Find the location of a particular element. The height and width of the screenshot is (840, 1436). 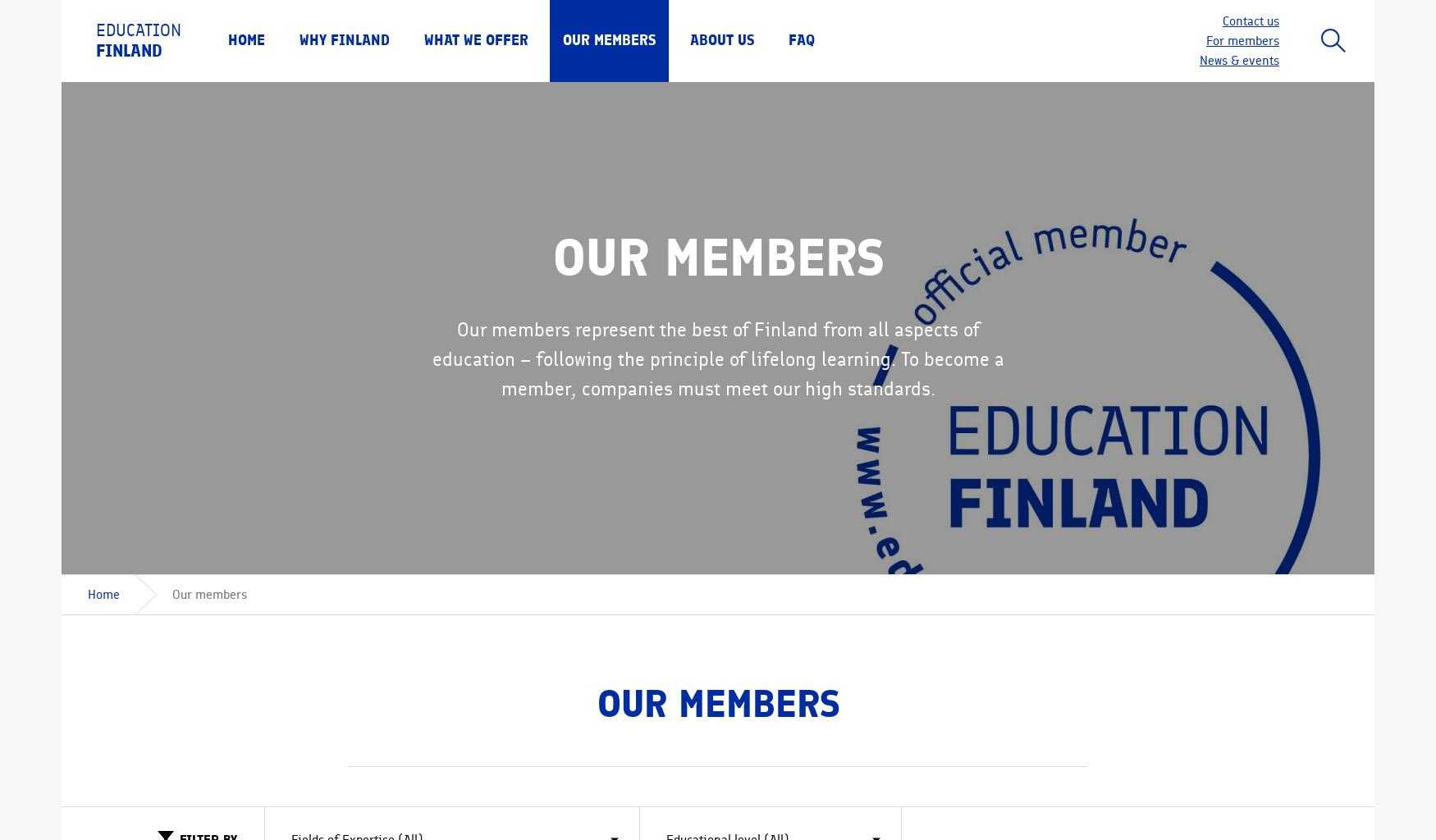

'For members' is located at coordinates (1242, 39).